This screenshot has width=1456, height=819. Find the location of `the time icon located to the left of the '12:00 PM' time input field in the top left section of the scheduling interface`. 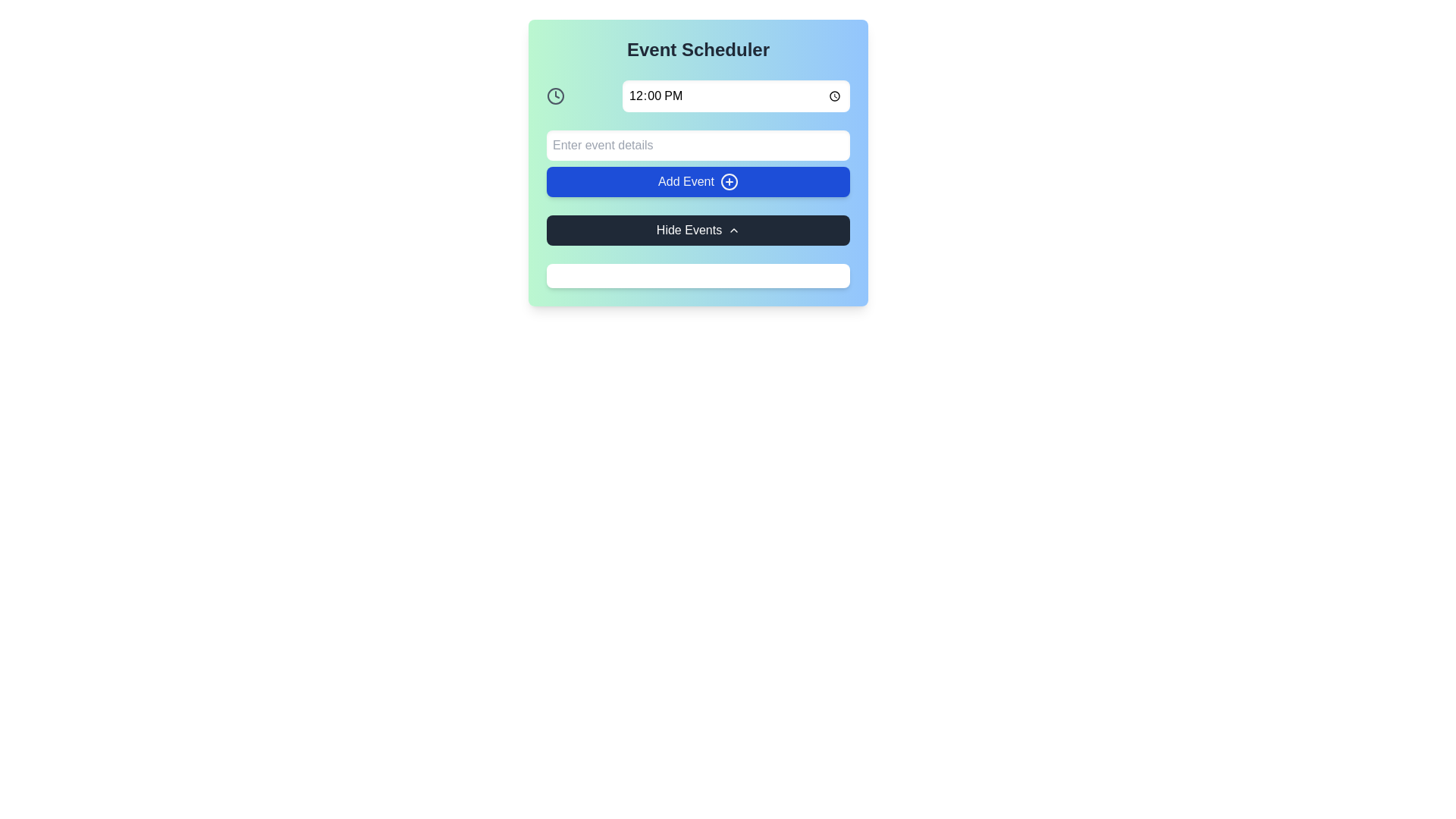

the time icon located to the left of the '12:00 PM' time input field in the top left section of the scheduling interface is located at coordinates (555, 96).